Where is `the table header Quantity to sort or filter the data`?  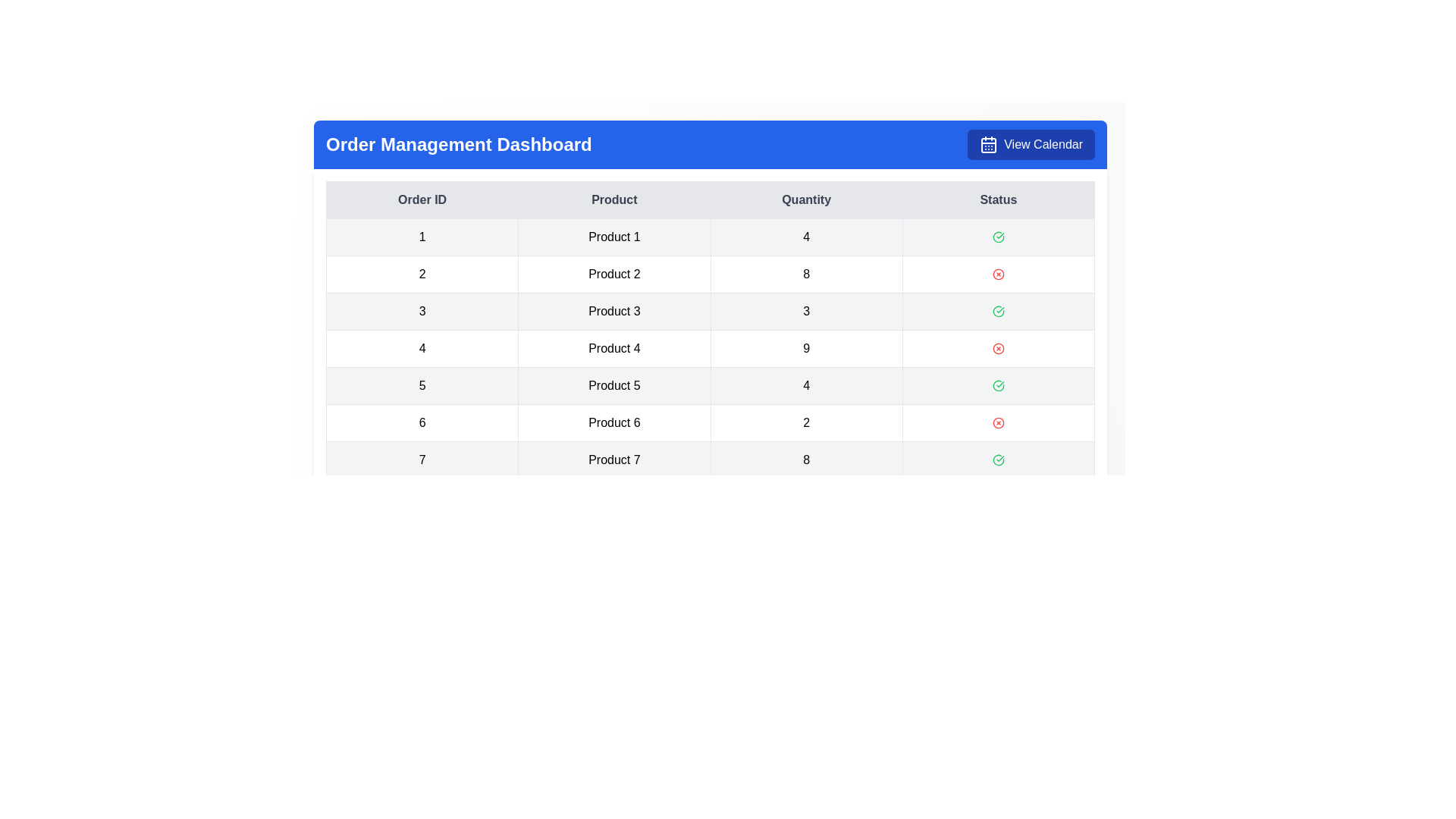 the table header Quantity to sort or filter the data is located at coordinates (805, 199).